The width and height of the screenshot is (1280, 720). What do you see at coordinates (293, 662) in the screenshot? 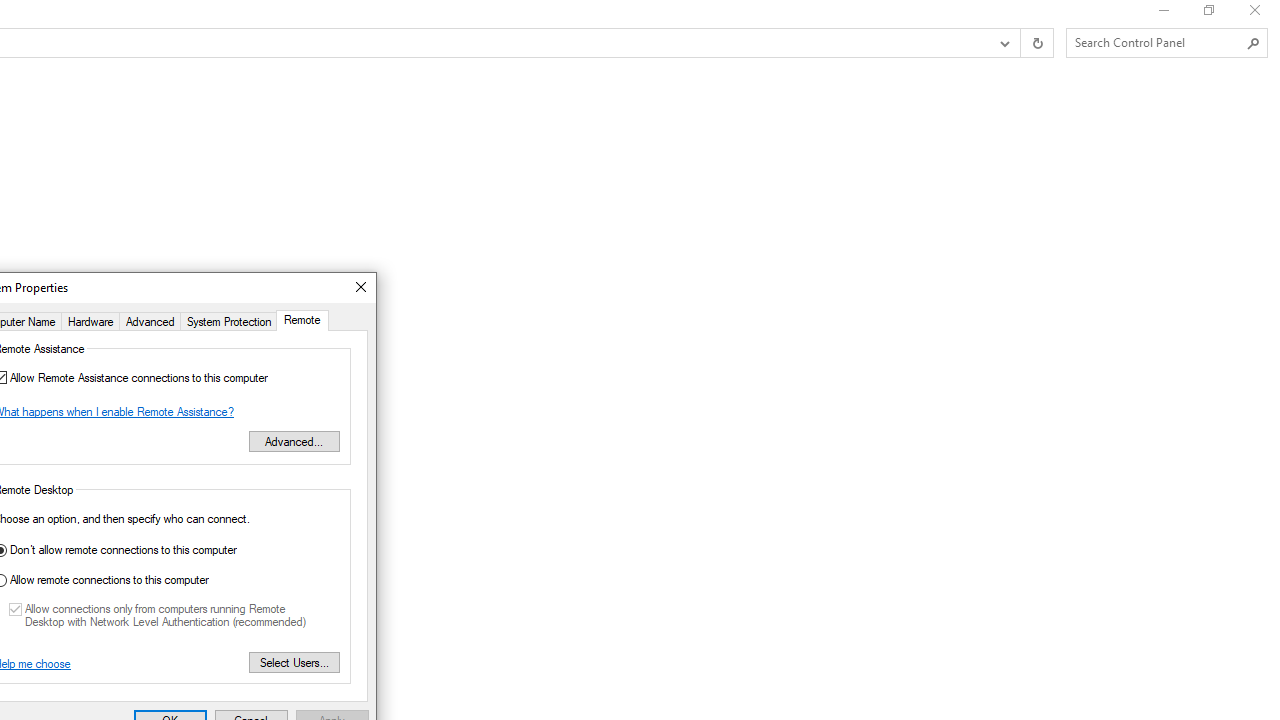
I see `'Select Users...'` at bounding box center [293, 662].